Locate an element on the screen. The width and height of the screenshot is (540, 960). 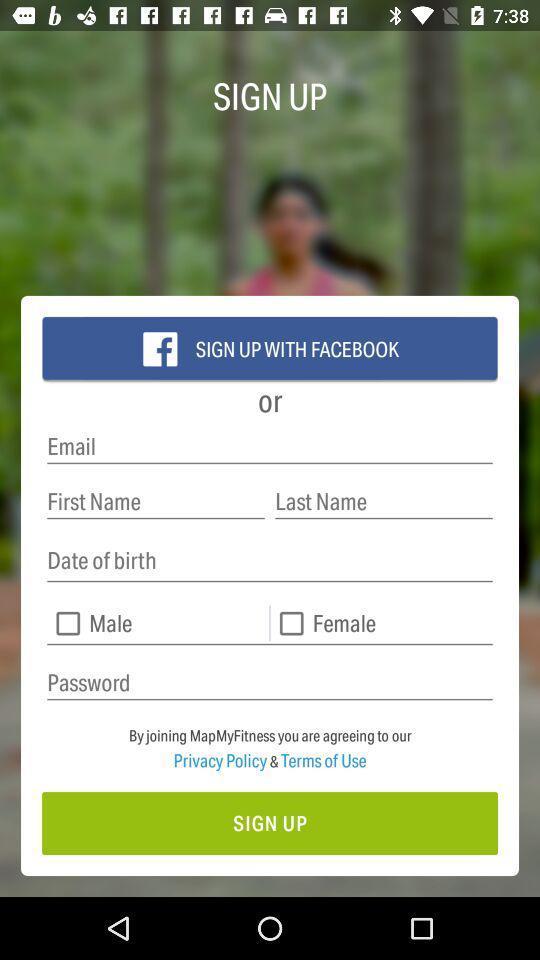
date of birth text box is located at coordinates (270, 561).